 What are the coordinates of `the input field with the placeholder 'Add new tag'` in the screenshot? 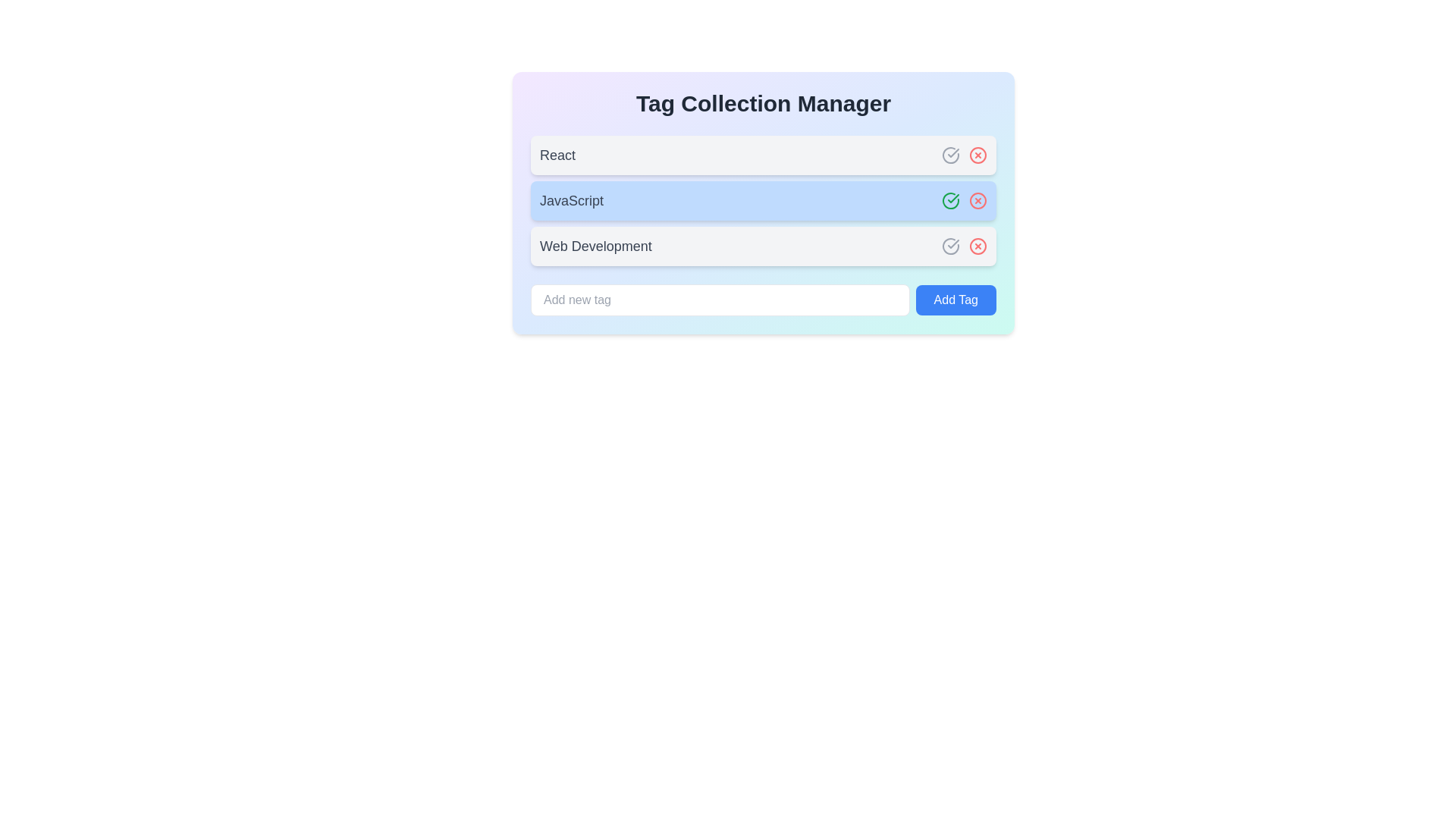 It's located at (719, 300).